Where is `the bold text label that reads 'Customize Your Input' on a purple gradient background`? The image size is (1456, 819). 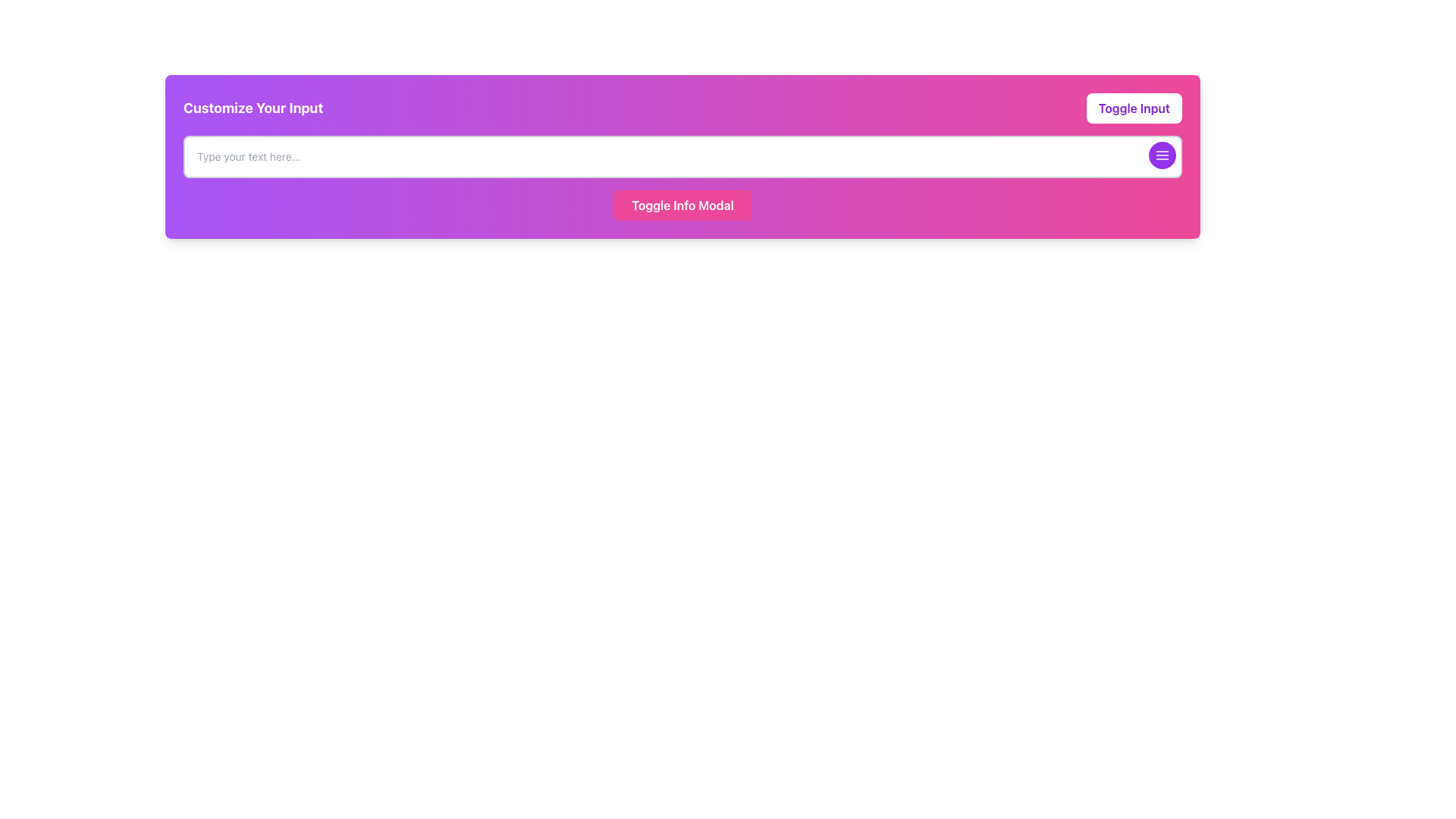
the bold text label that reads 'Customize Your Input' on a purple gradient background is located at coordinates (253, 107).